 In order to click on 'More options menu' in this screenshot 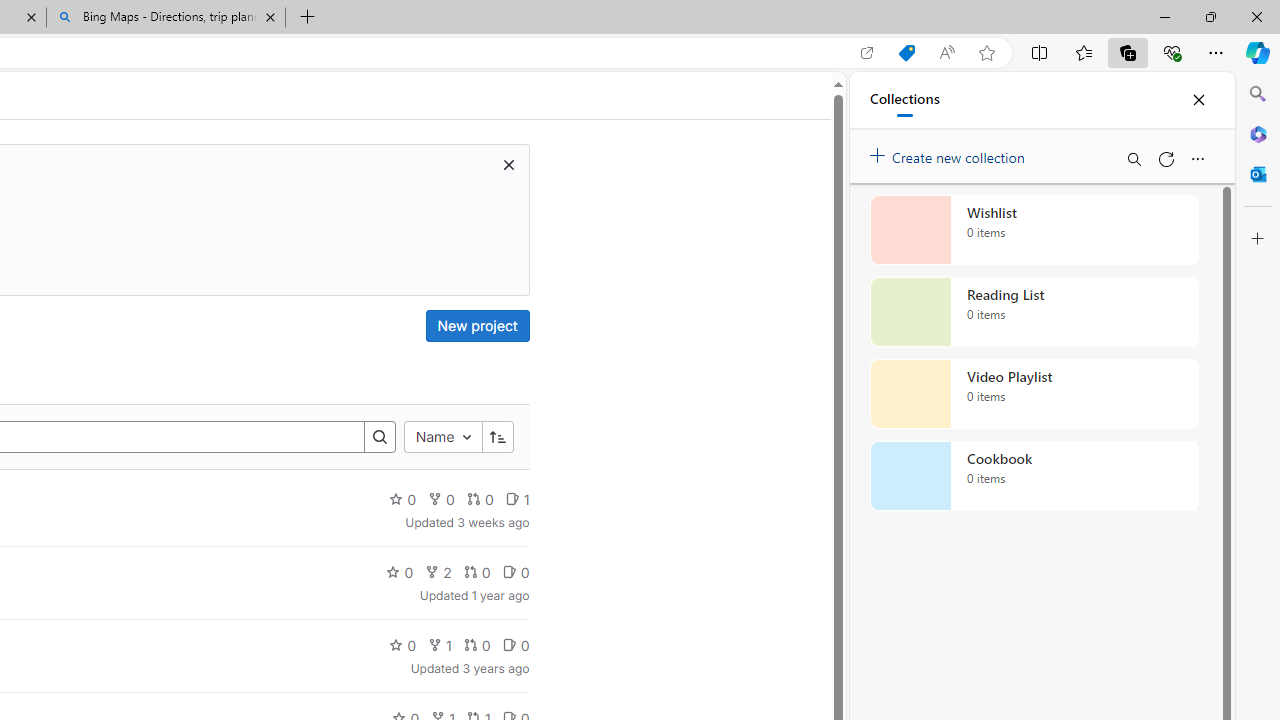, I will do `click(1197, 158)`.